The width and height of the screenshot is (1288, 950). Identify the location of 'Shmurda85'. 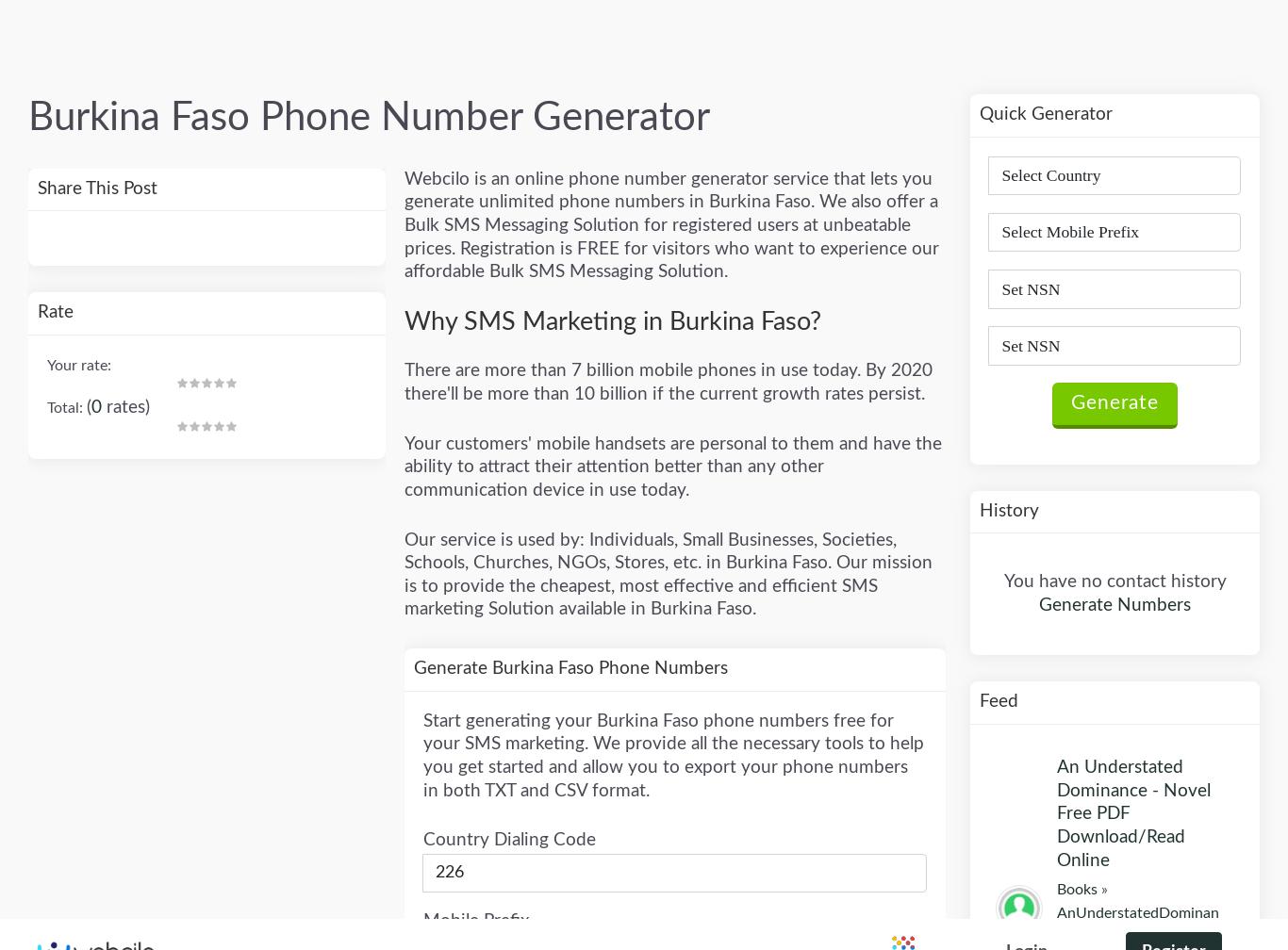
(1105, 432).